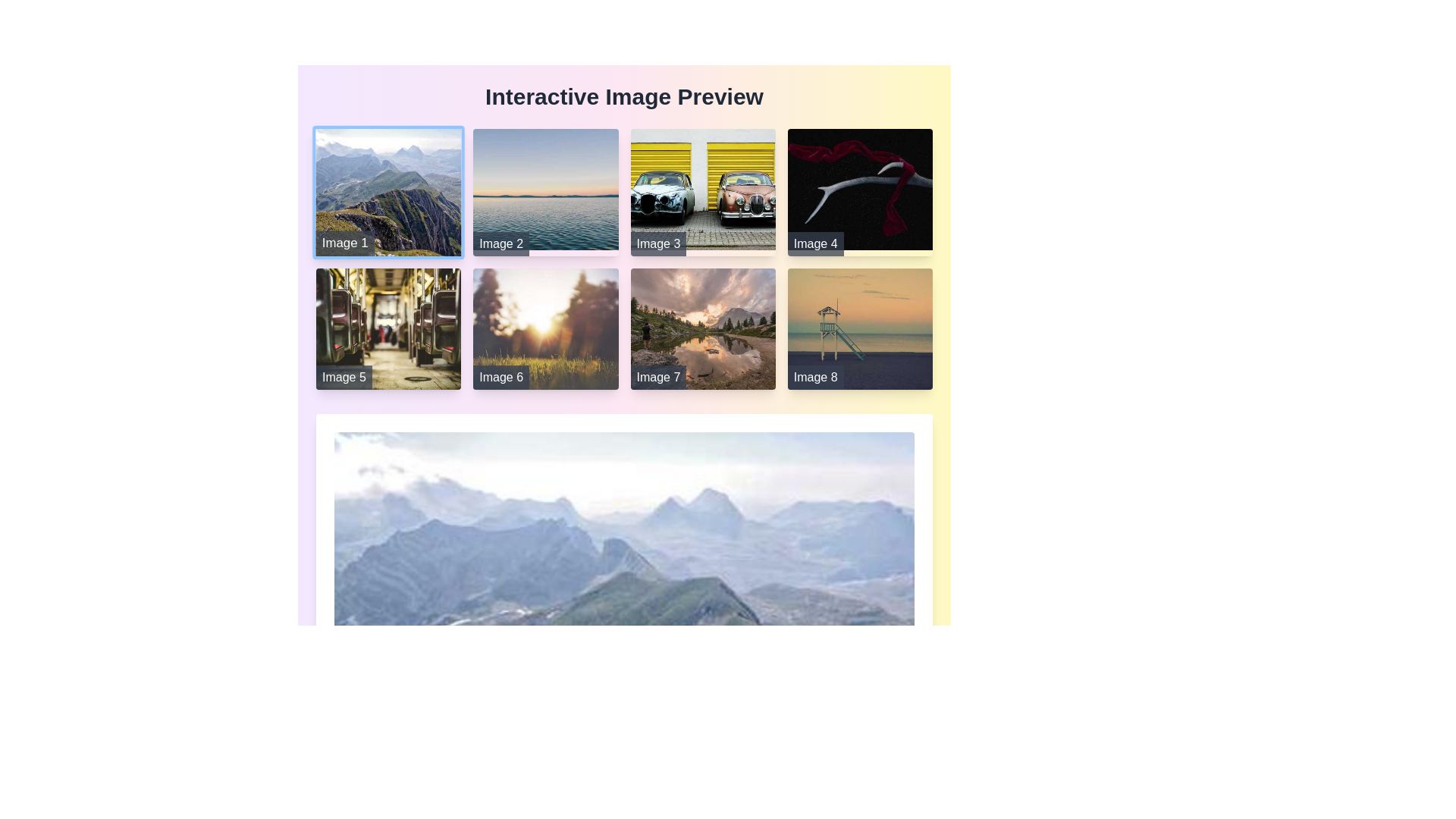 The height and width of the screenshot is (819, 1456). Describe the element at coordinates (814, 376) in the screenshot. I see `the text label overlay at the bottom-left corner of the image card labeled 'Image 8', which has a dark gray background and white text` at that location.